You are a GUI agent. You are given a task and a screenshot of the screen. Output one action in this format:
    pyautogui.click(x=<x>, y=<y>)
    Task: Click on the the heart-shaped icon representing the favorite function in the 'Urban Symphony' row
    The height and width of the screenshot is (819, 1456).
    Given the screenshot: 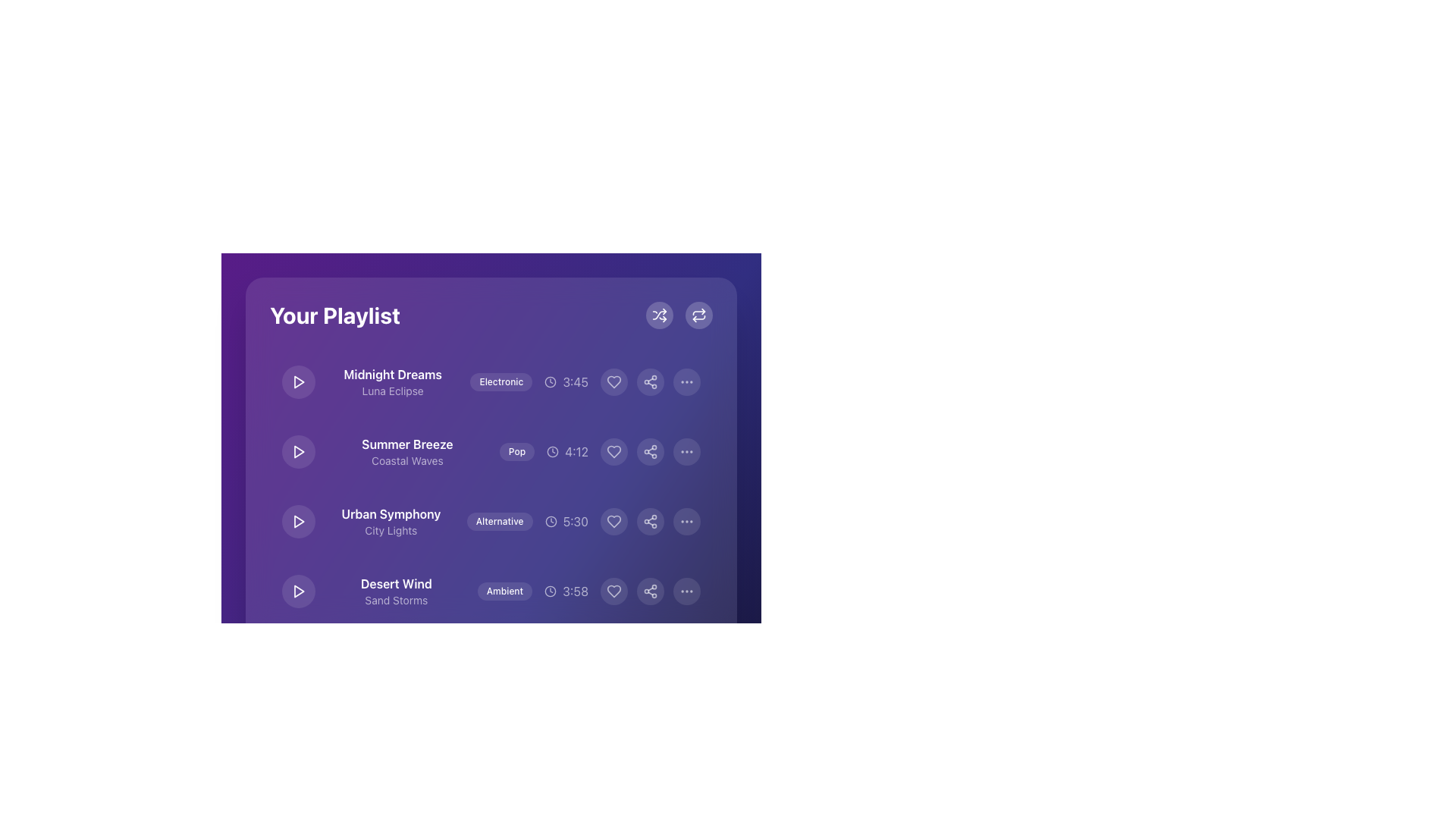 What is the action you would take?
    pyautogui.click(x=614, y=520)
    